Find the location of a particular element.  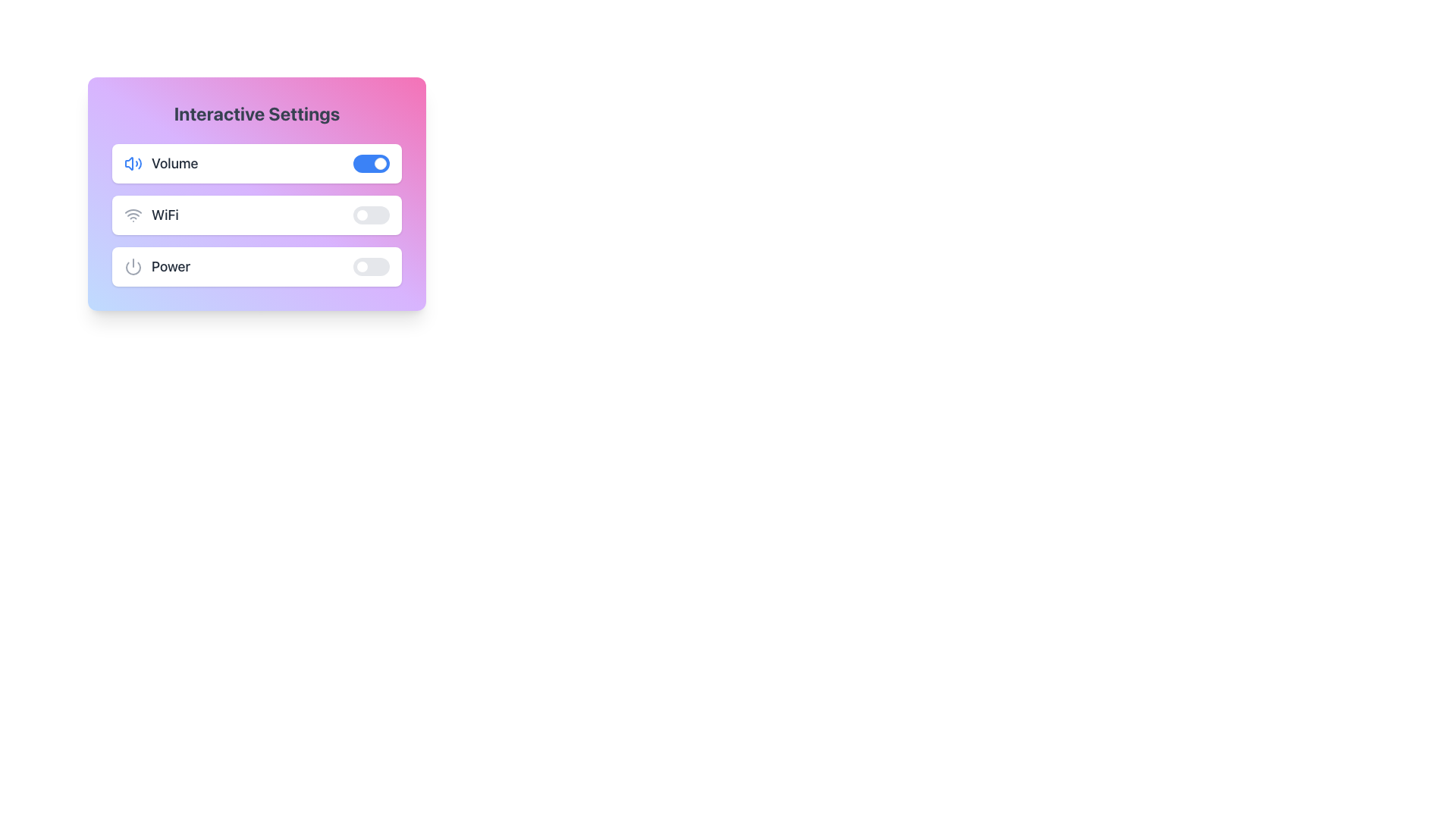

the toggle switch located at the far right end of the 'Power' row in the 'Interactive Settings' section is located at coordinates (371, 265).